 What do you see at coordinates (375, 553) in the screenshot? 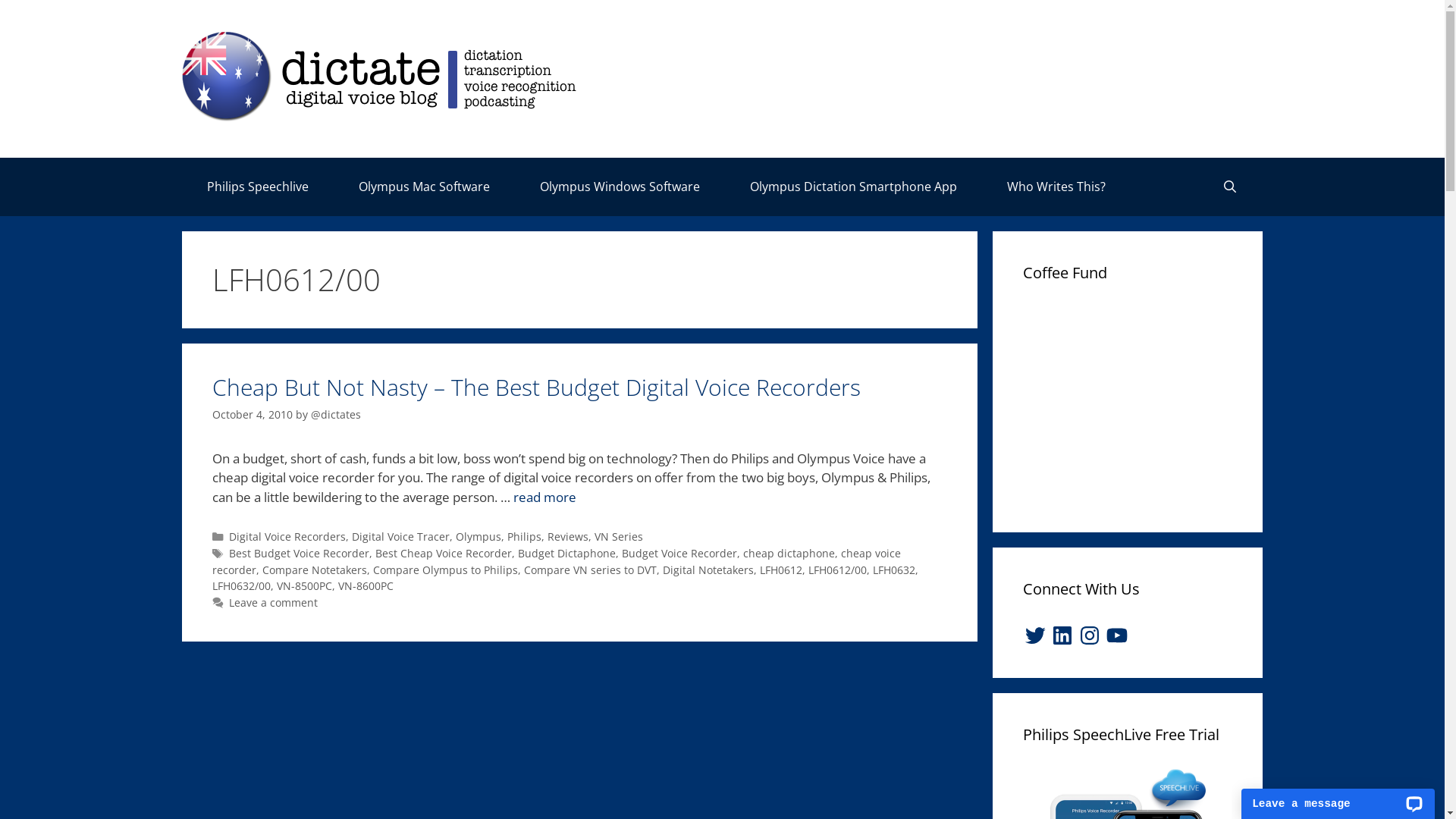
I see `'Best Cheap Voice Recorder'` at bounding box center [375, 553].